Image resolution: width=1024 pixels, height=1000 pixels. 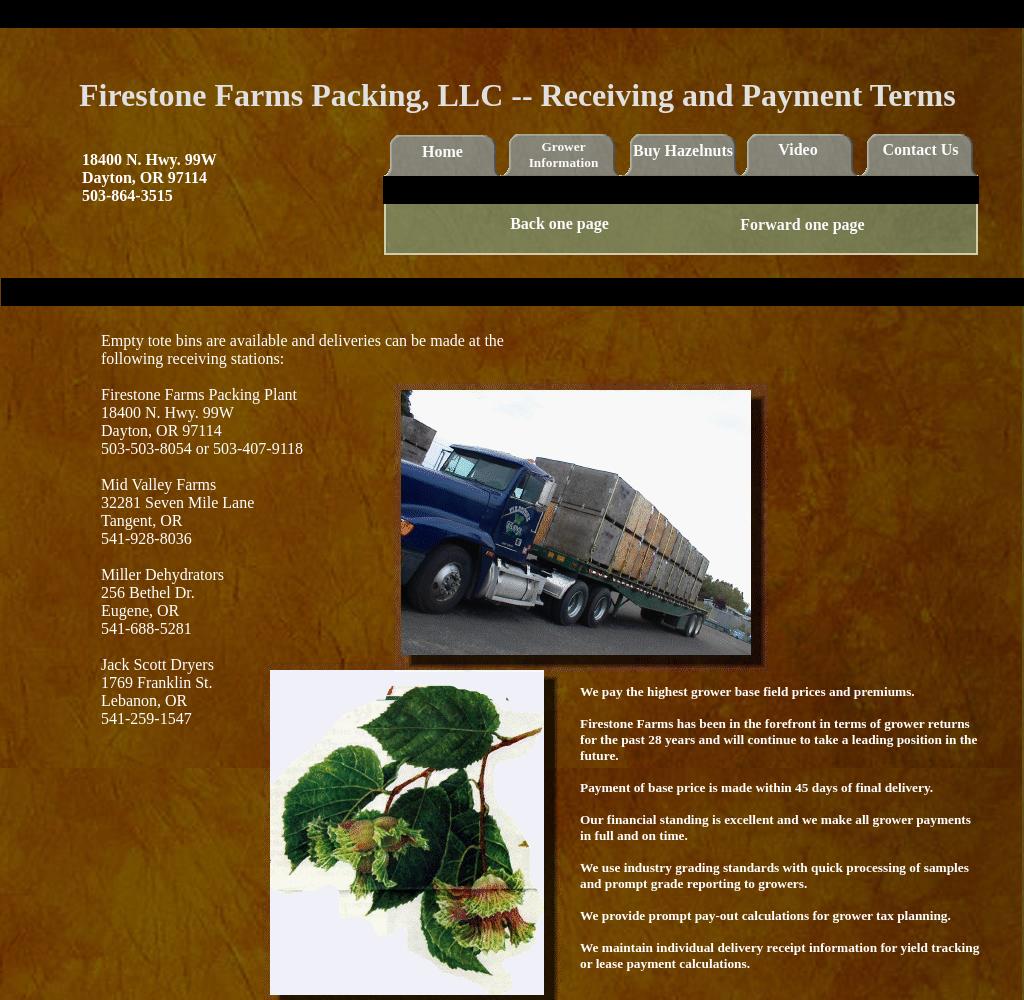 I want to click on 'Firestone Farms has been in the forefront in terms of grower returns for the past 28 years and will continue to take a leading position in the future.', so click(x=778, y=738).